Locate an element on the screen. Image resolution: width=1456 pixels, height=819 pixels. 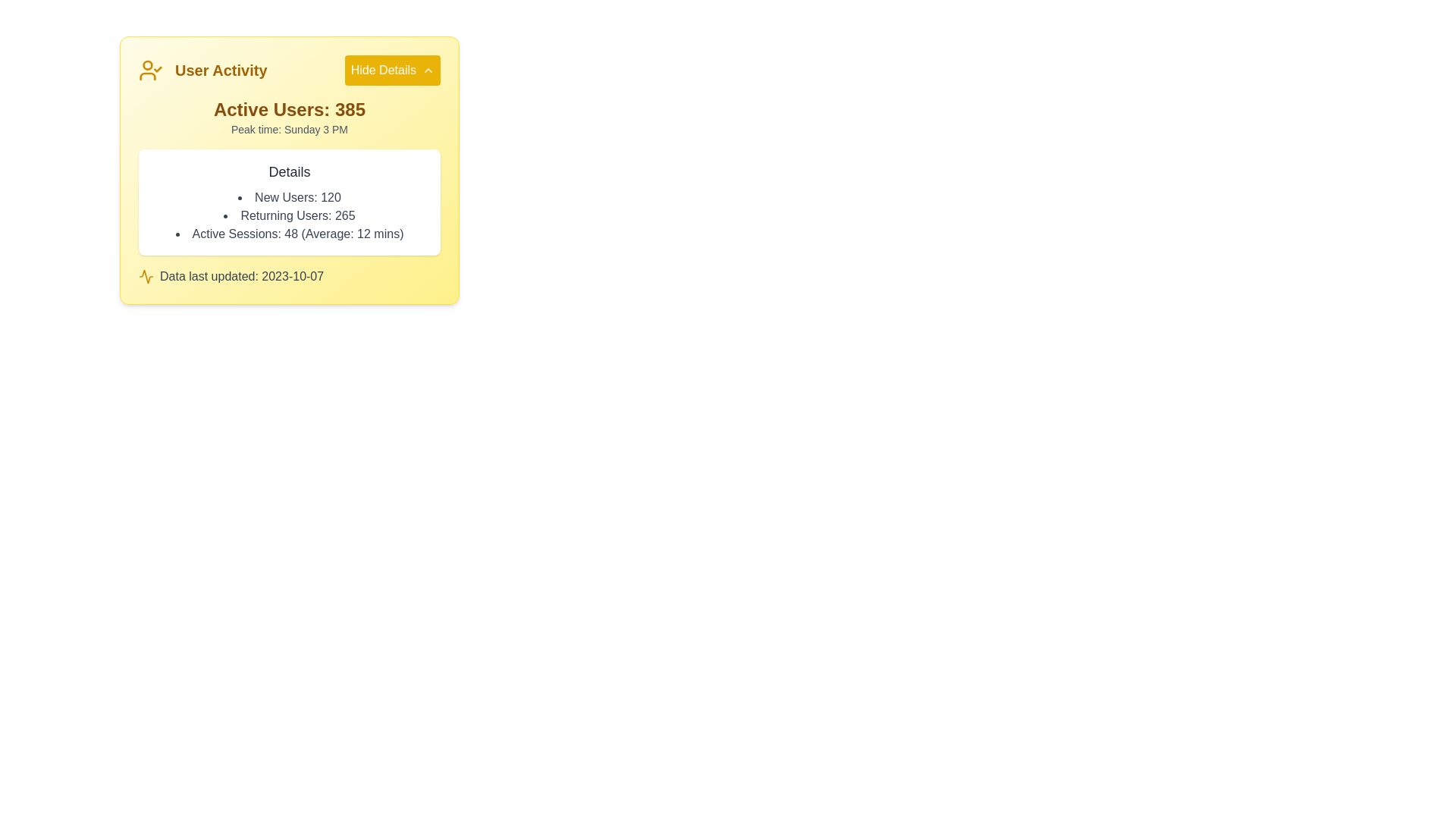
the informational card component located in the top-left segment of the dashboard is located at coordinates (290, 170).